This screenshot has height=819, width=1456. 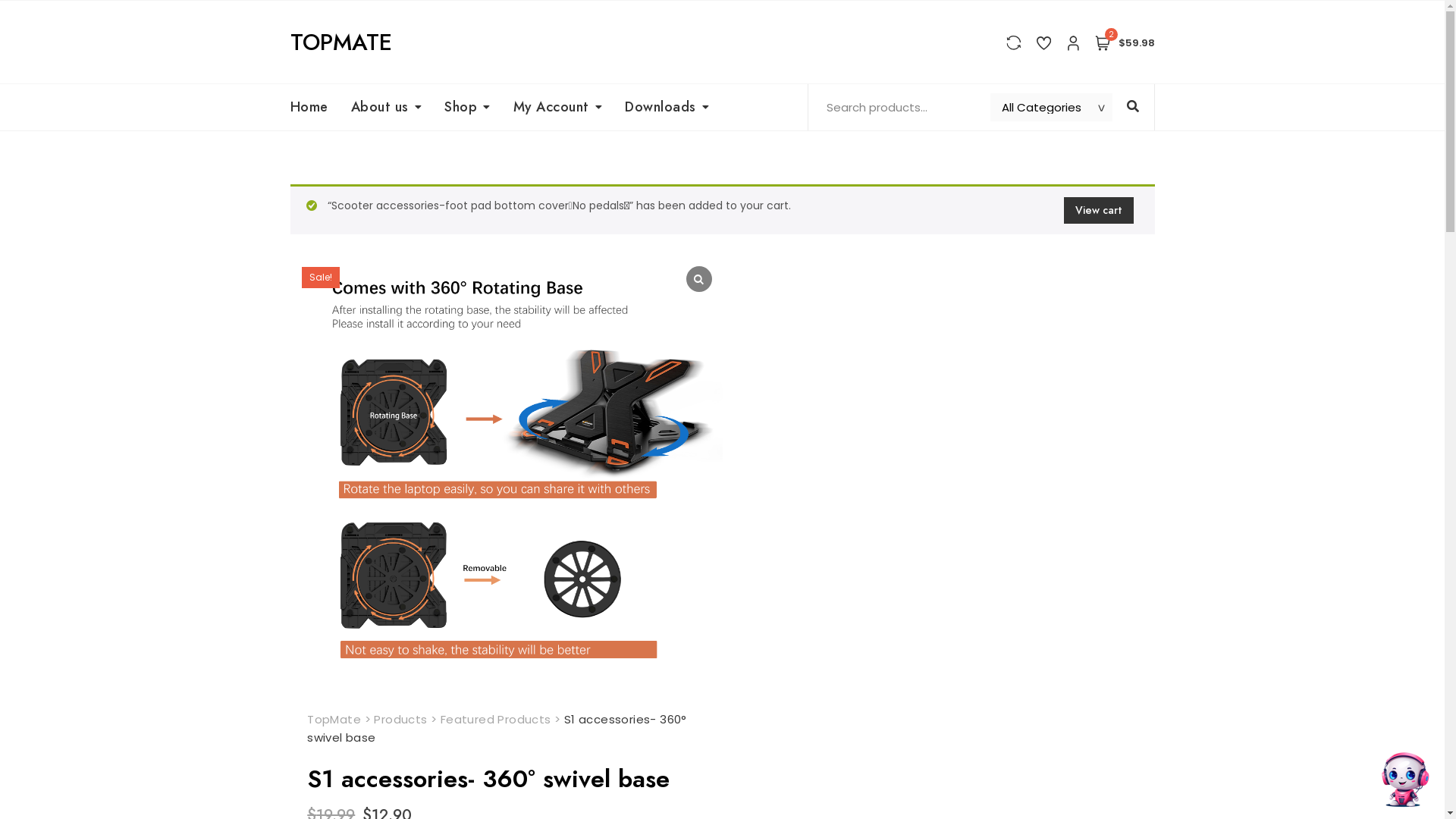 What do you see at coordinates (466, 106) in the screenshot?
I see `'Shop'` at bounding box center [466, 106].